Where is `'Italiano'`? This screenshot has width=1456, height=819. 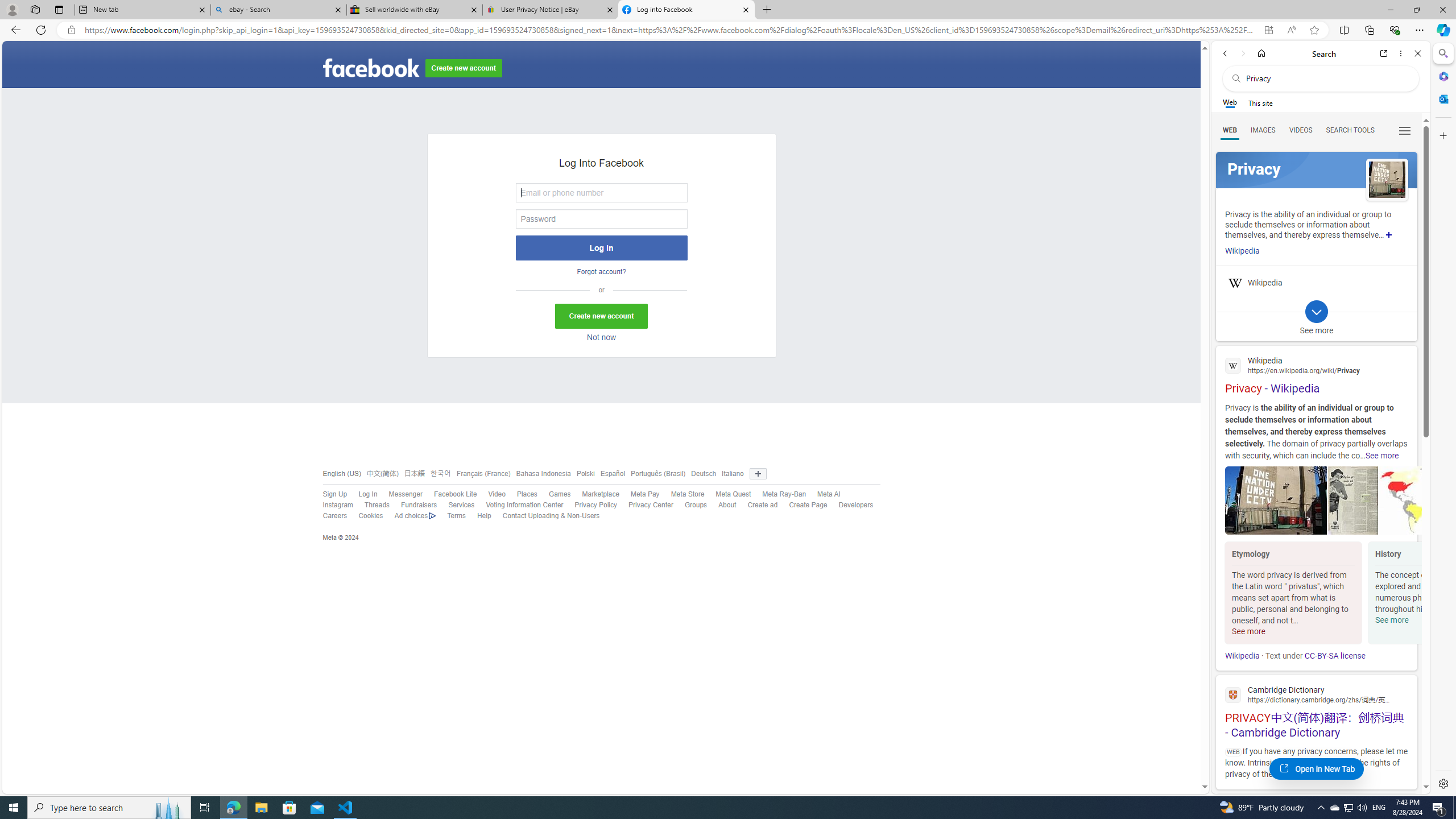 'Italiano' is located at coordinates (733, 473).